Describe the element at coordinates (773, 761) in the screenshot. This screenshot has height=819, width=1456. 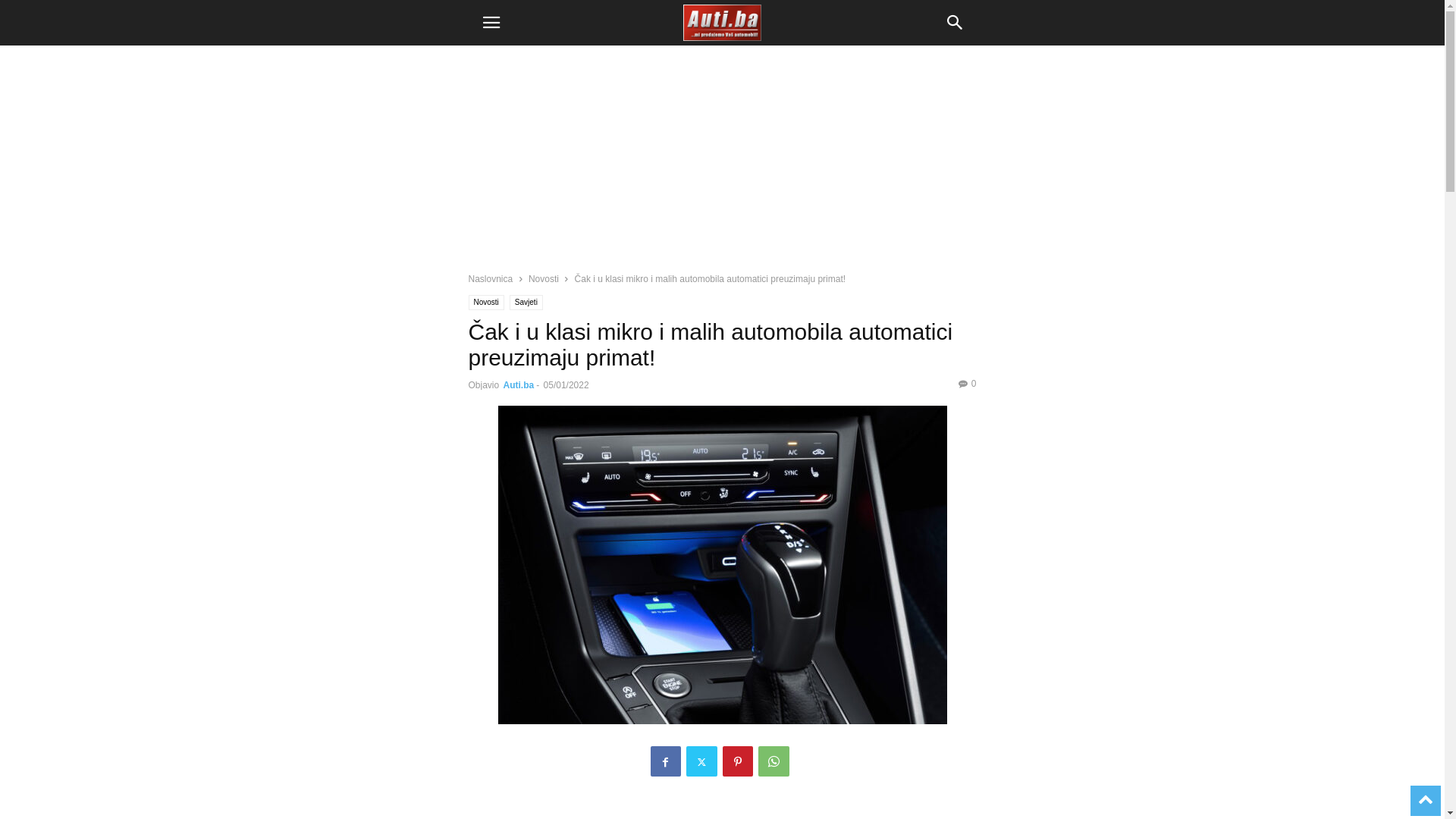
I see `'WhatsApp'` at that location.